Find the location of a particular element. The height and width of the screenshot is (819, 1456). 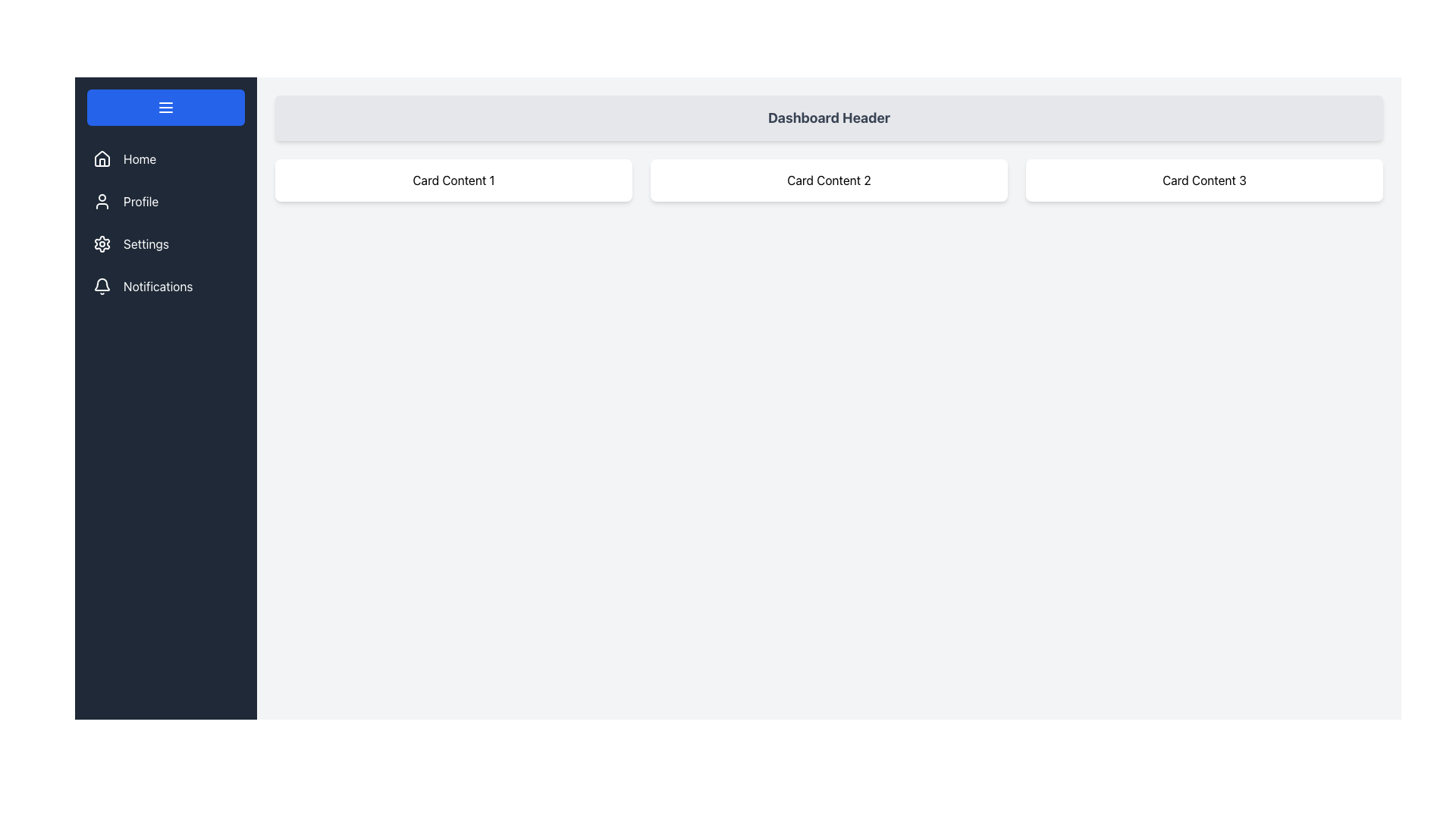

the doorway icon within the house icon in the sidebar is located at coordinates (101, 162).